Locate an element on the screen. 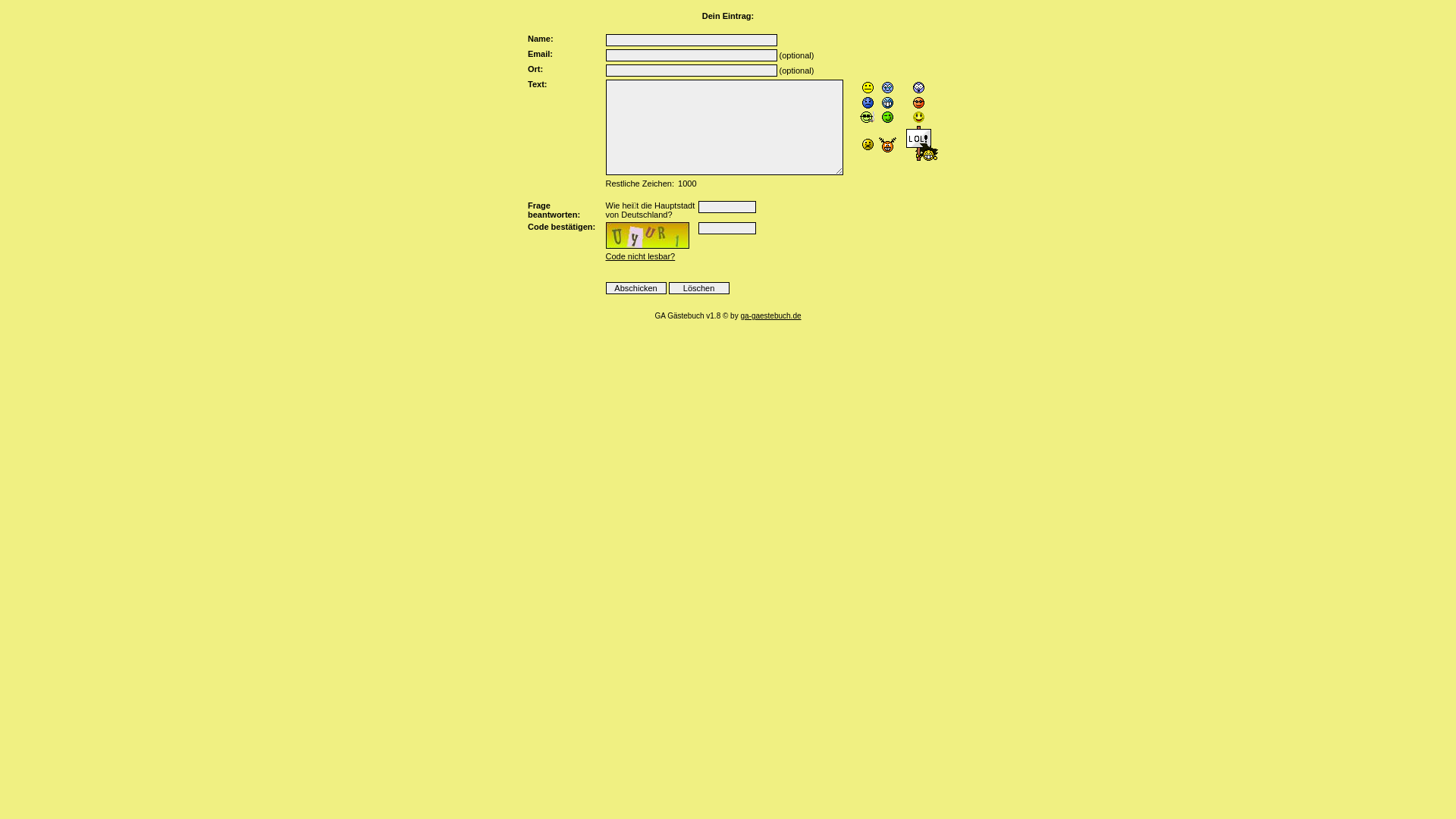 The height and width of the screenshot is (819, 1456). ':lol:' is located at coordinates (918, 144).